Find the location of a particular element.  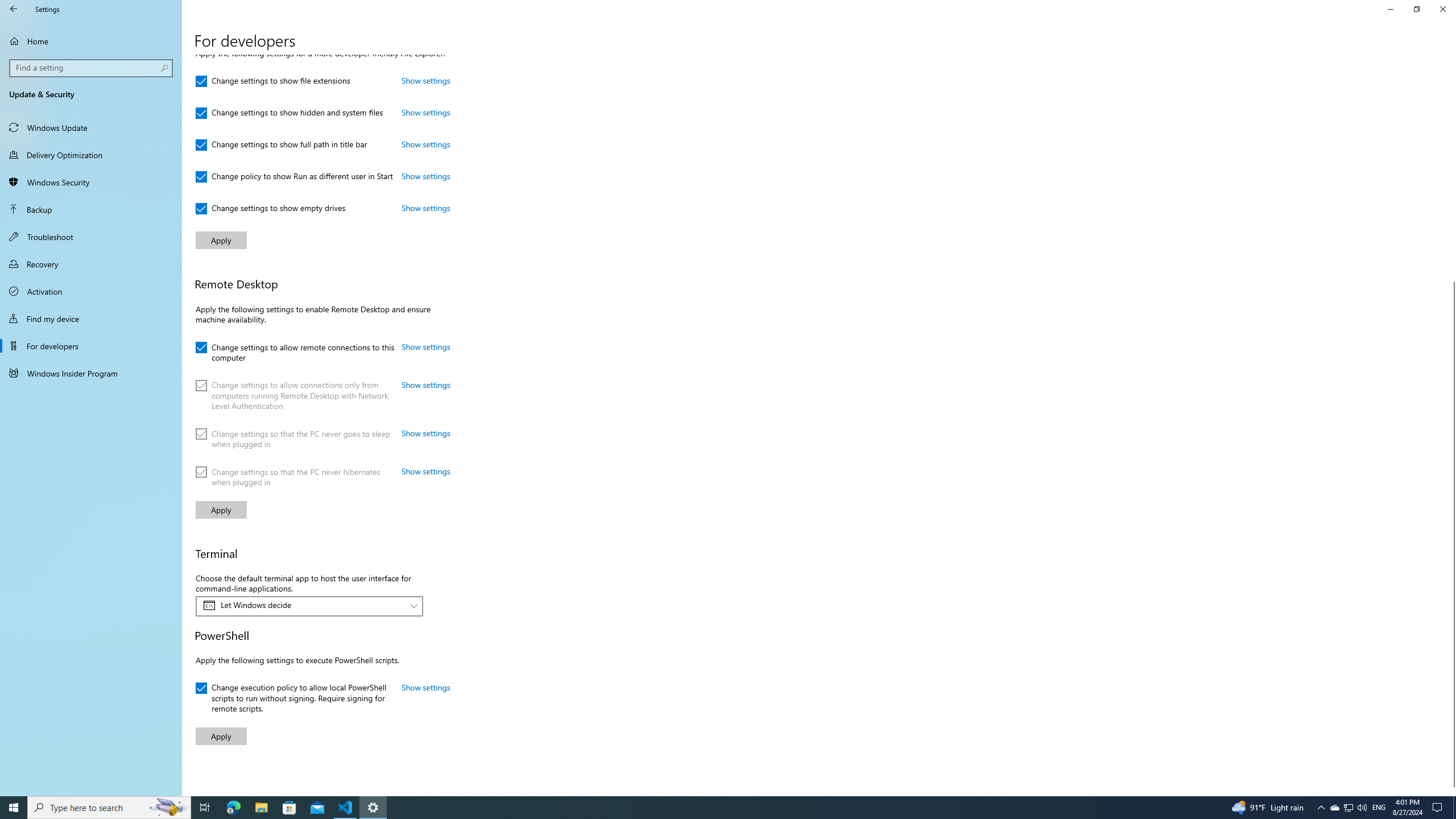

'Backup' is located at coordinates (90, 209).